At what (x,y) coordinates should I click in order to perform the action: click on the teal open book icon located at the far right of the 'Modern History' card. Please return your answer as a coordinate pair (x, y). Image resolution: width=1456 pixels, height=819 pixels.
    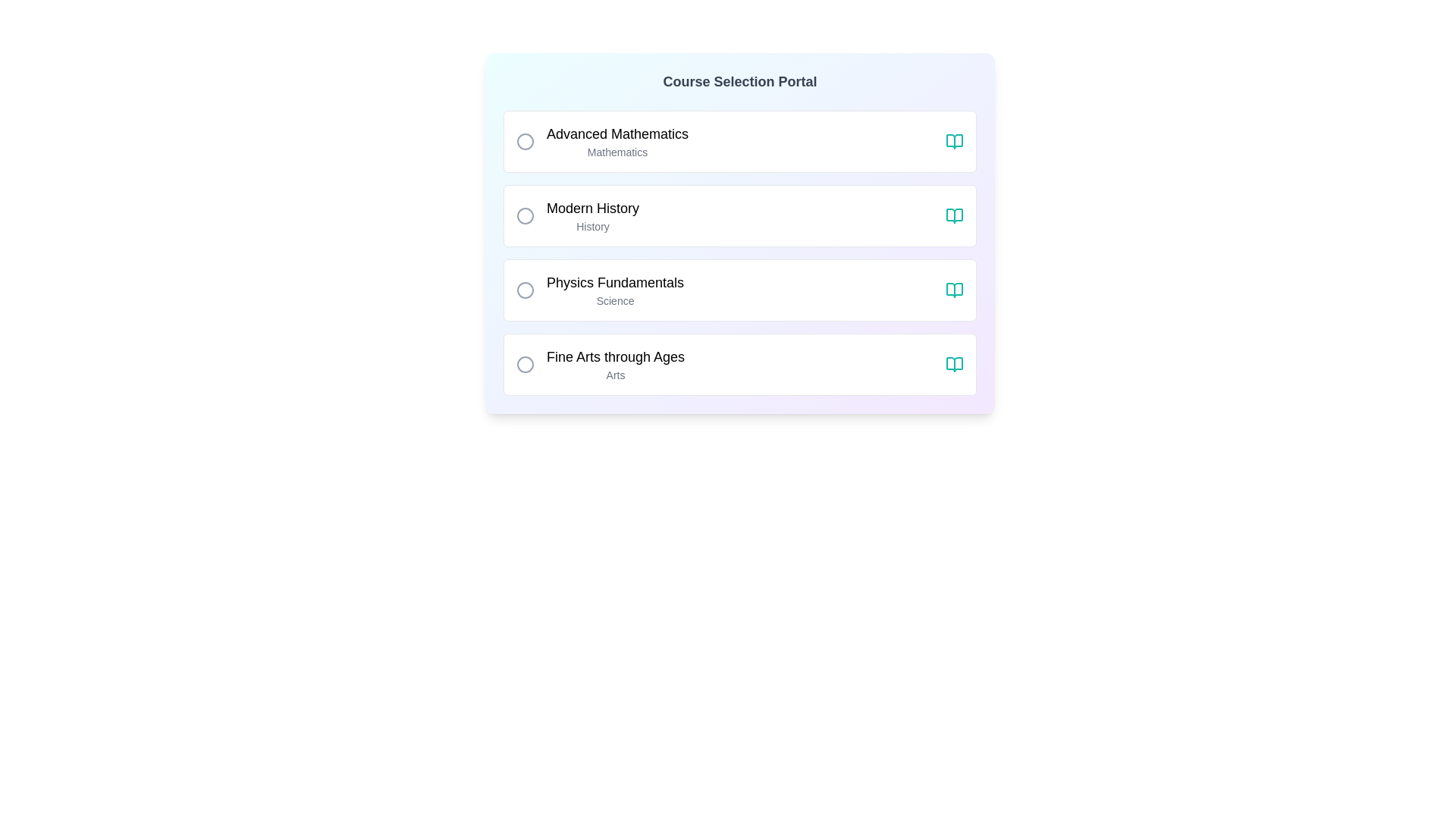
    Looking at the image, I should click on (953, 216).